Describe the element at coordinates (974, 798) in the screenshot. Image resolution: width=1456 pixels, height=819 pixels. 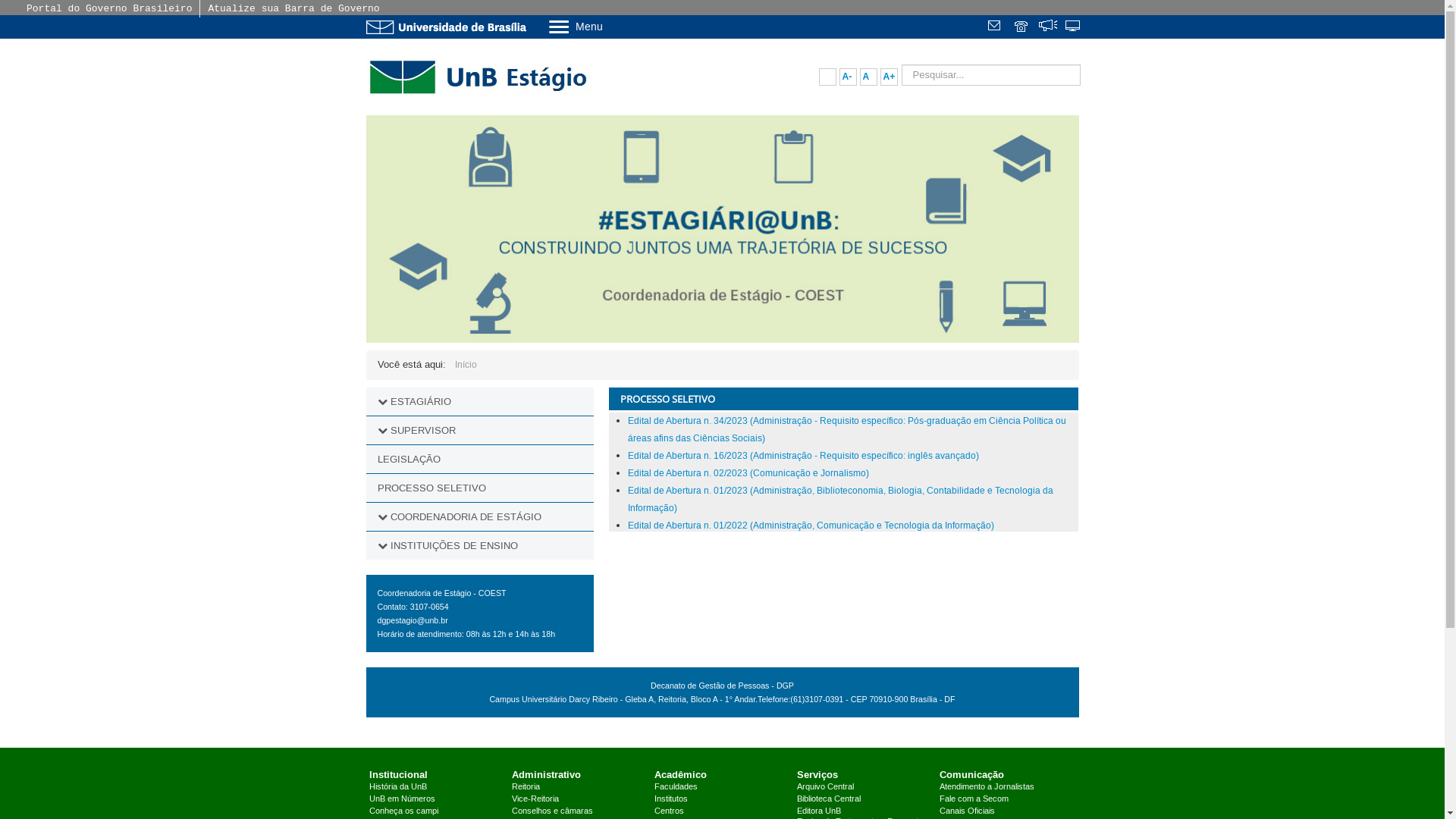
I see `'Fale com a Secom'` at that location.